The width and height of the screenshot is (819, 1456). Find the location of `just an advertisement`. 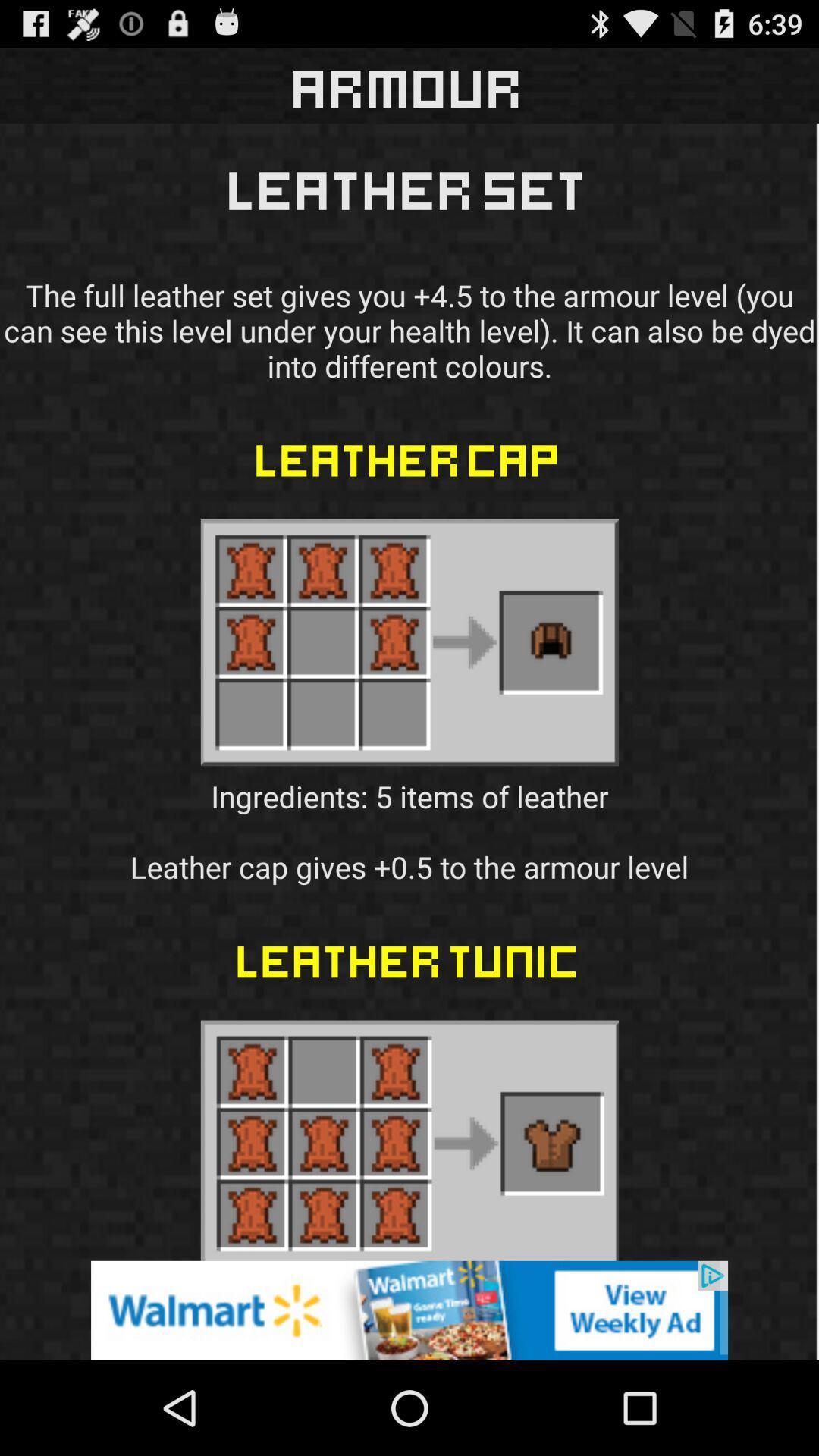

just an advertisement is located at coordinates (409, 1310).